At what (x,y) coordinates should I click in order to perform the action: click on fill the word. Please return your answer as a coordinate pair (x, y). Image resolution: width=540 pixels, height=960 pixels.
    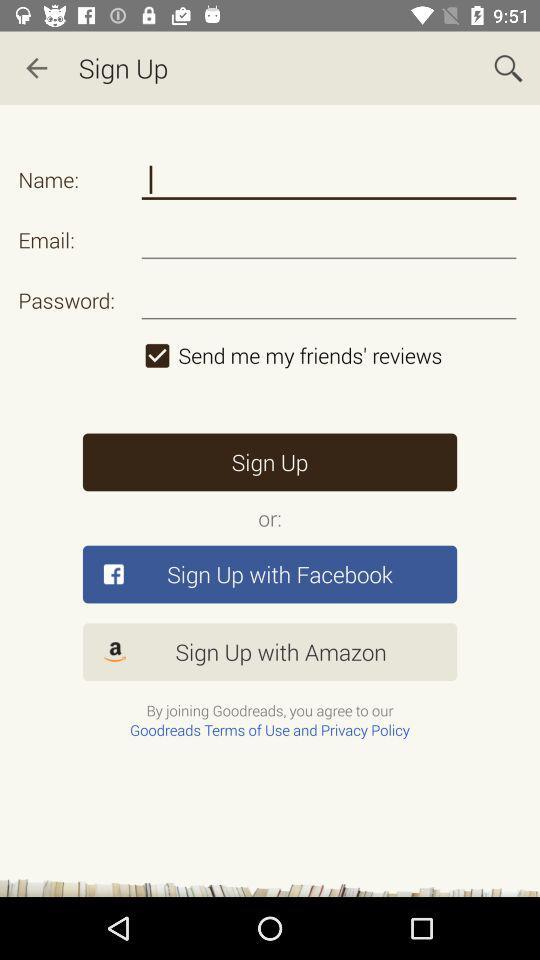
    Looking at the image, I should click on (329, 179).